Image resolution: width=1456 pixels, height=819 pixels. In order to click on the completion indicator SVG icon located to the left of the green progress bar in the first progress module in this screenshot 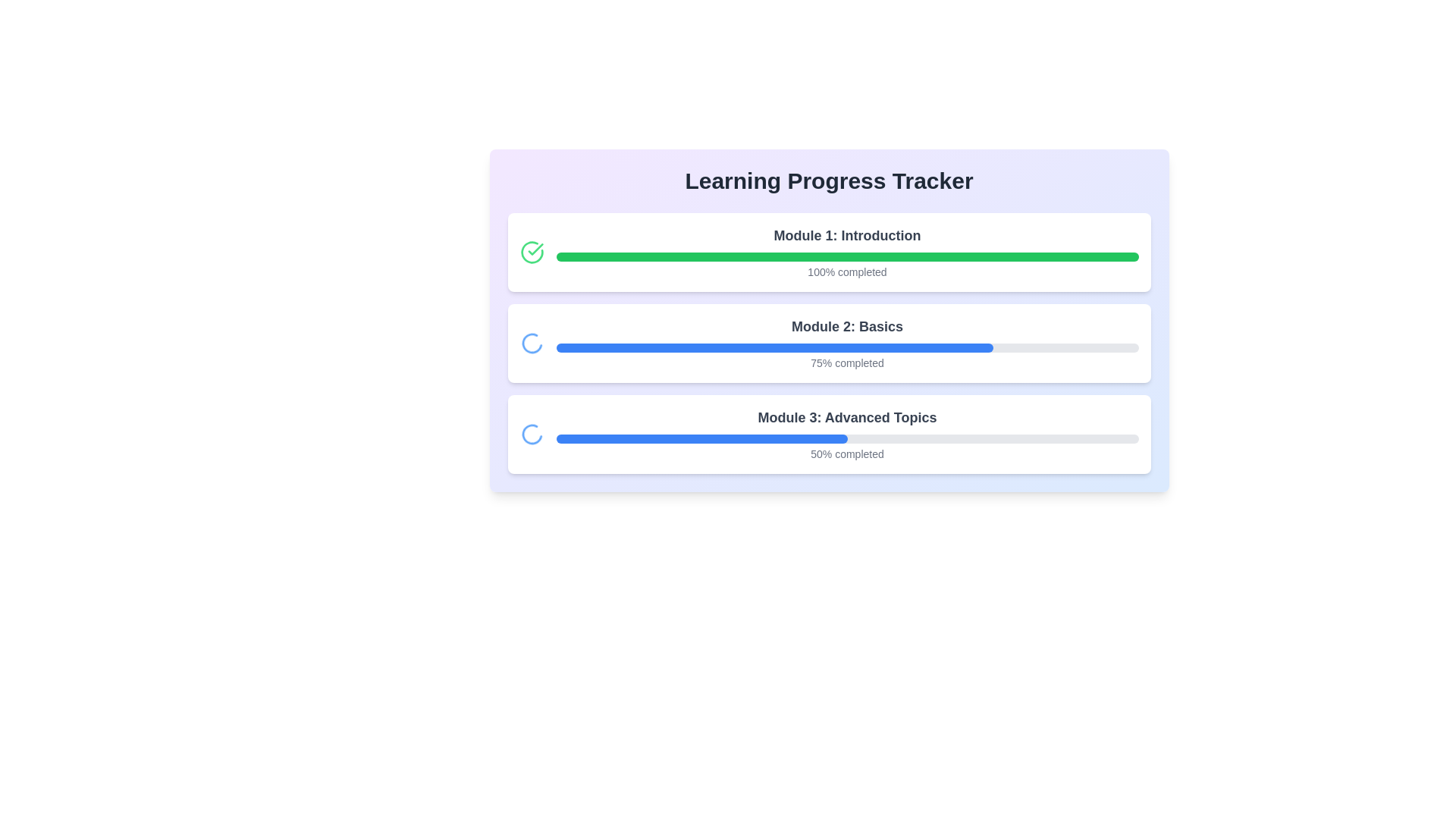, I will do `click(535, 248)`.